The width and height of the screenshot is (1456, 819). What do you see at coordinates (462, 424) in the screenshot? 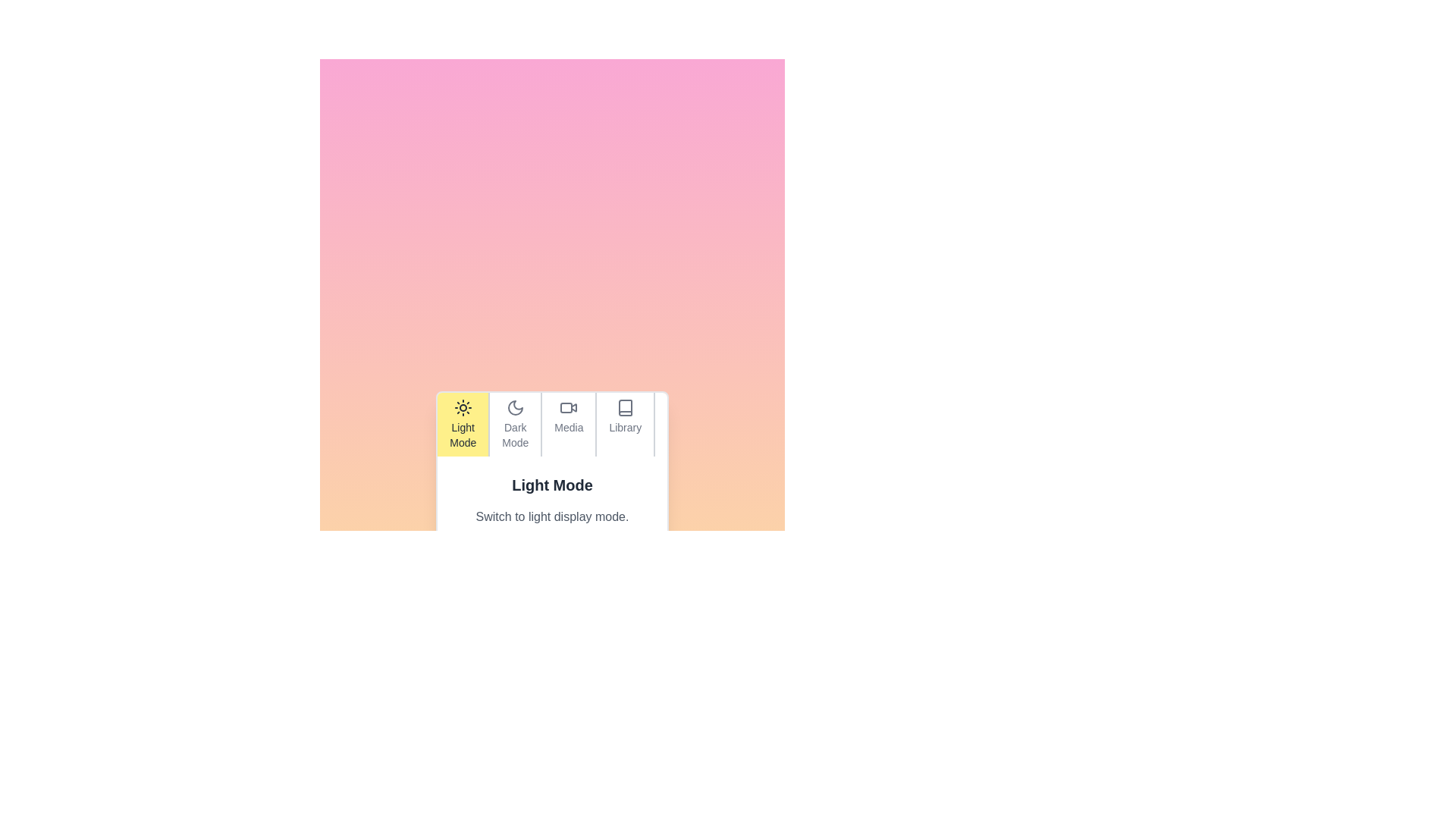
I see `the tab labeled Light Mode` at bounding box center [462, 424].